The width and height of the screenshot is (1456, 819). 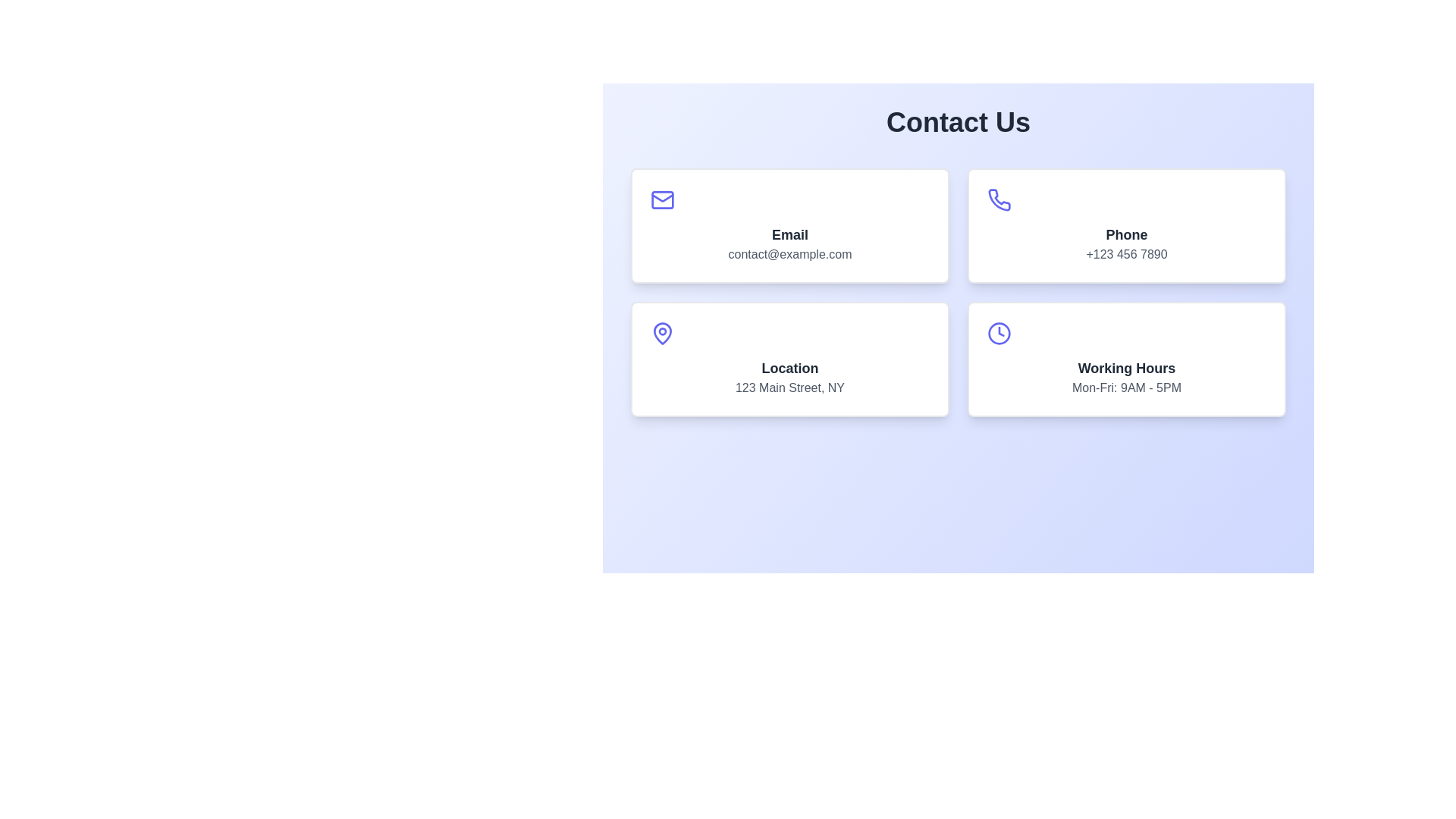 What do you see at coordinates (789, 369) in the screenshot?
I see `the 'Location' text element, which is displayed in bold, dark gray color and positioned above the smaller text '123 Main Street, NY'` at bounding box center [789, 369].